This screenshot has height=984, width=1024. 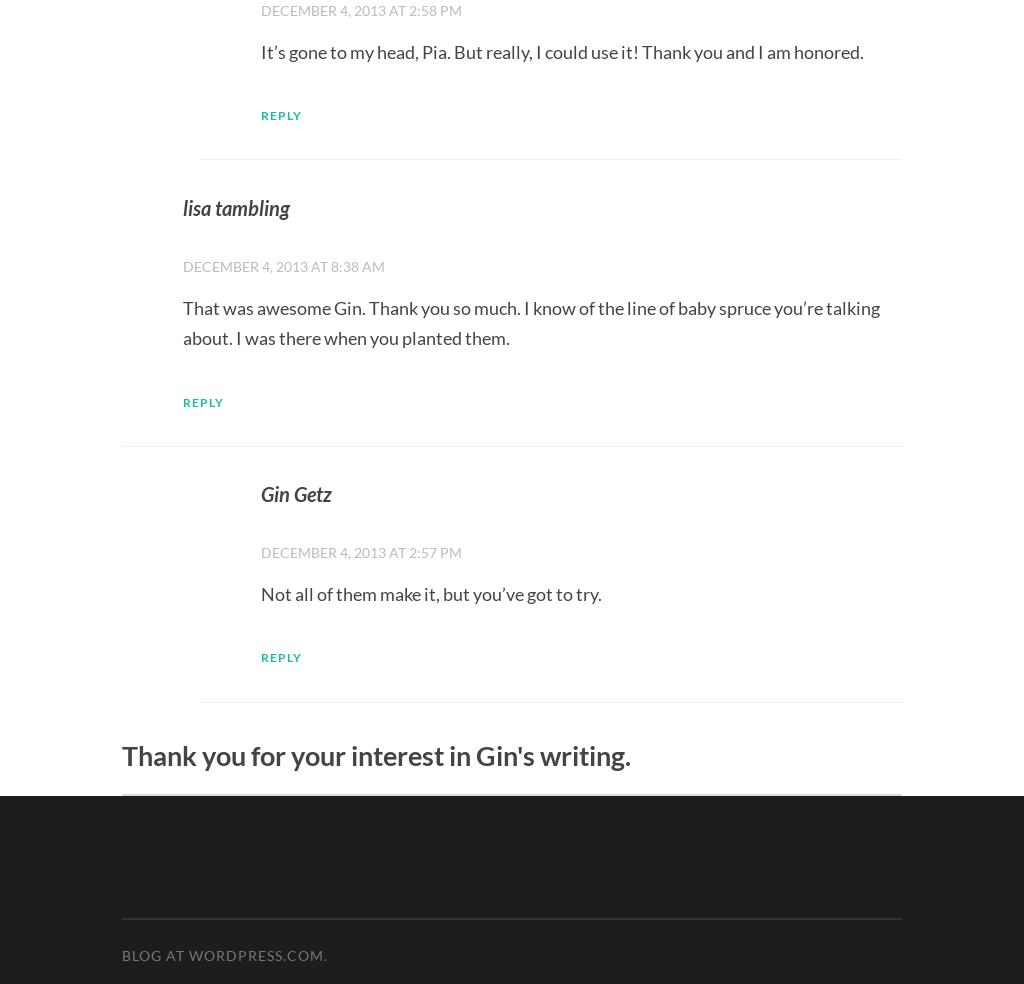 What do you see at coordinates (361, 551) in the screenshot?
I see `'December 4, 2013 at 2:57 pm'` at bounding box center [361, 551].